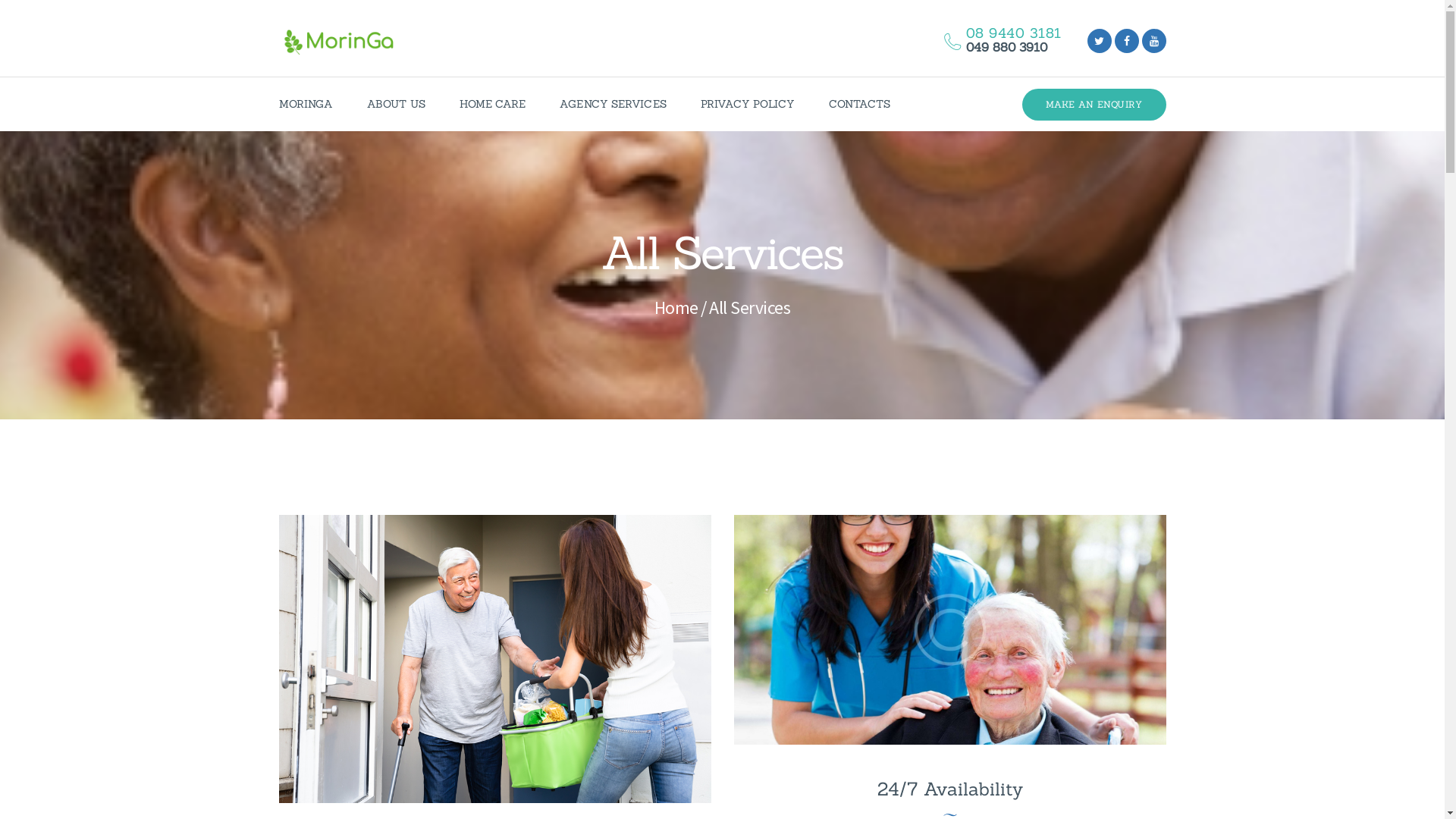 The width and height of the screenshot is (1456, 819). What do you see at coordinates (747, 104) in the screenshot?
I see `'PRIVACY POLICY'` at bounding box center [747, 104].